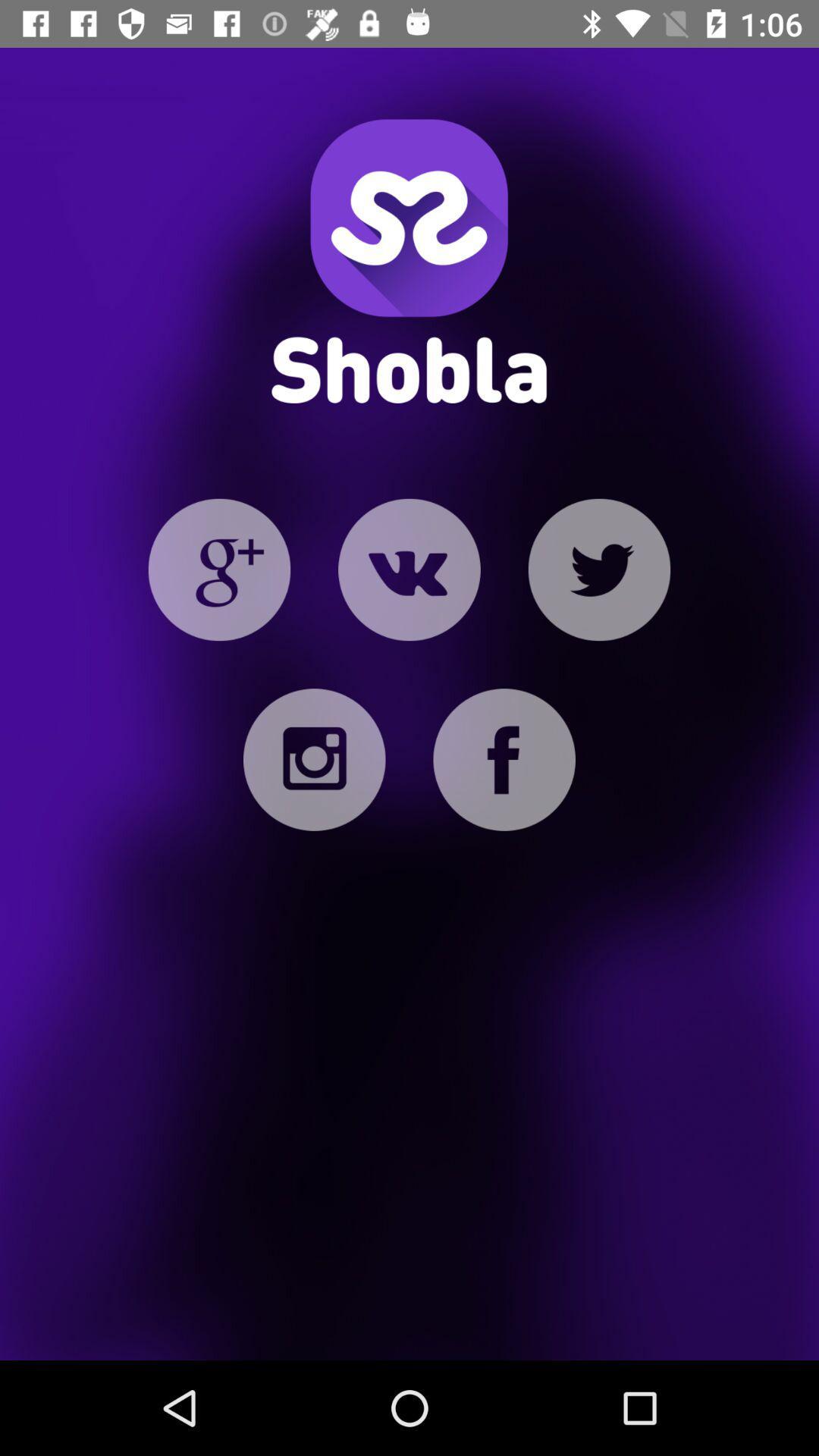 Image resolution: width=819 pixels, height=1456 pixels. I want to click on twitter, so click(598, 569).